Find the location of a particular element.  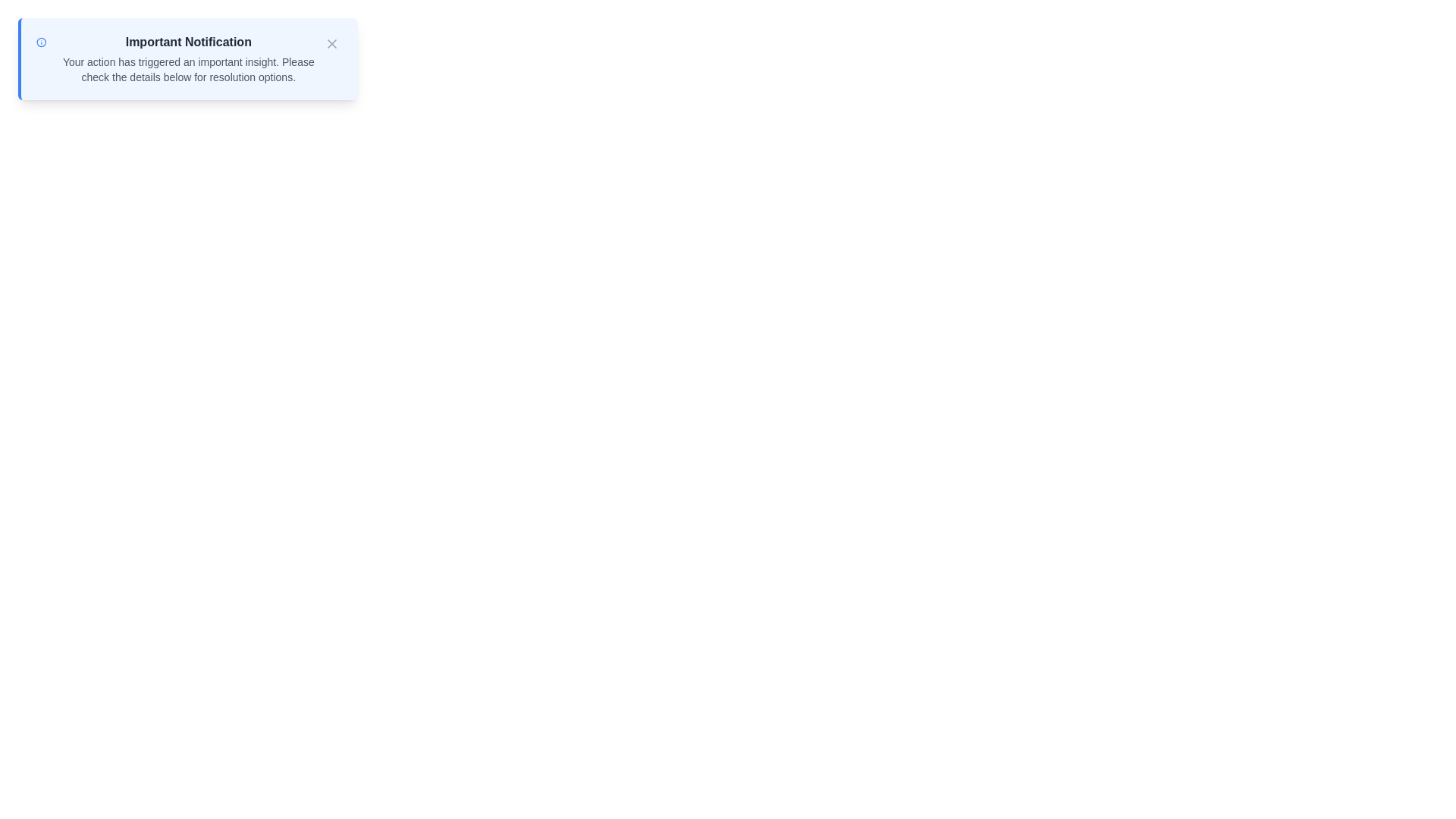

the text within the notification is located at coordinates (187, 58).